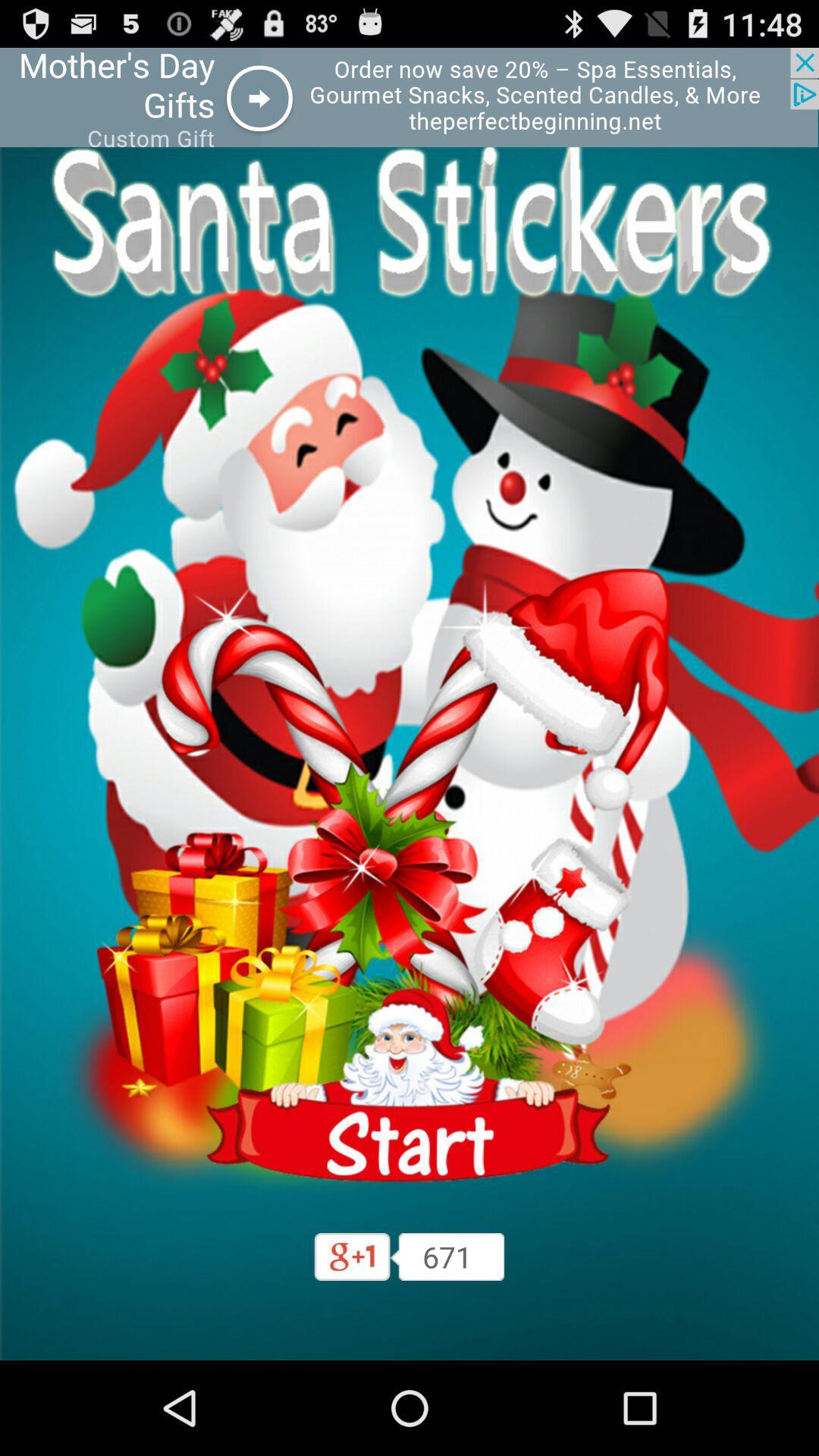  I want to click on the option, so click(409, 96).